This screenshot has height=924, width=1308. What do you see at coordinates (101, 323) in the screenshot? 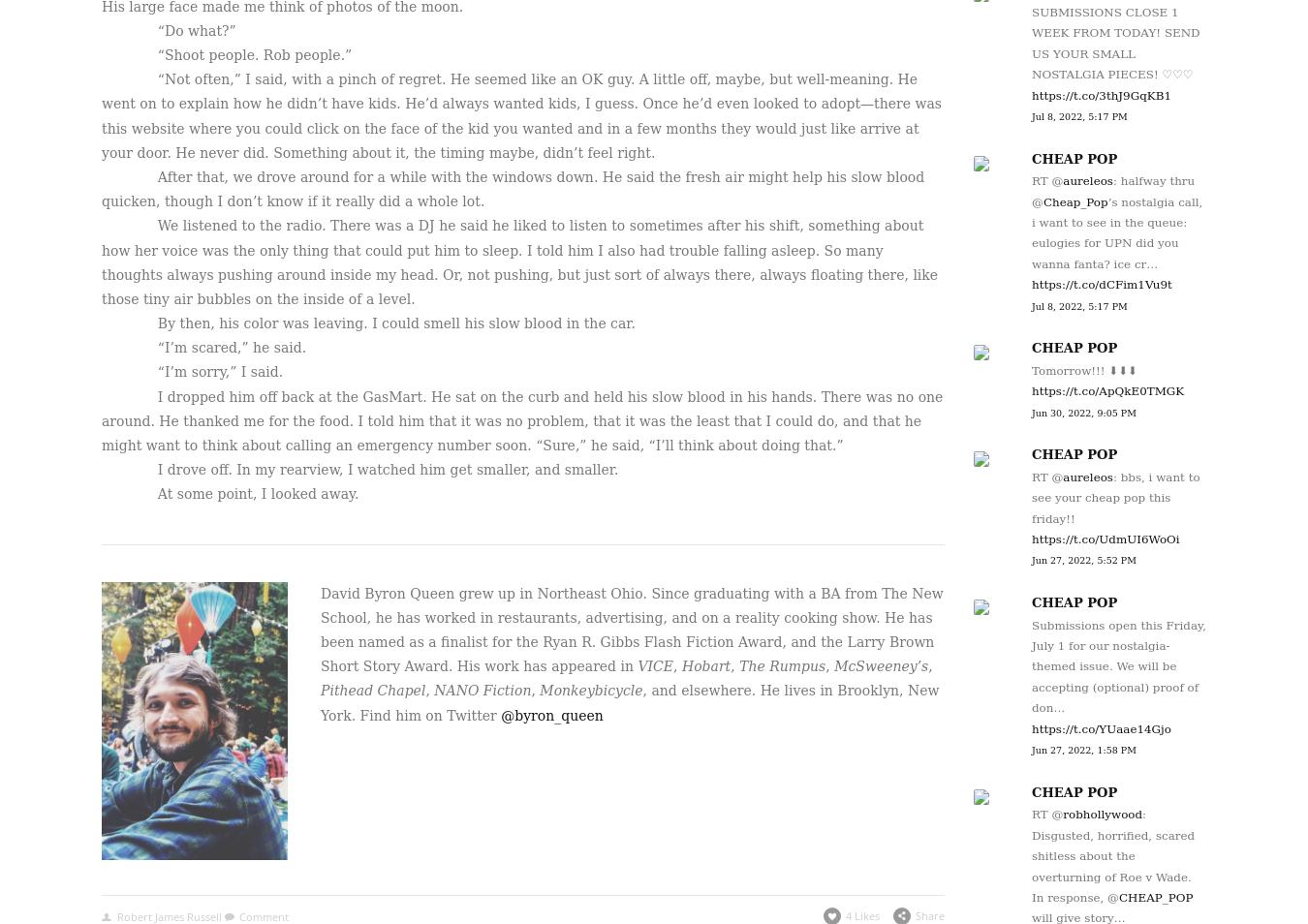
I see `'By then, his color was leaving. I could smell his slow blood in the car.'` at bounding box center [101, 323].